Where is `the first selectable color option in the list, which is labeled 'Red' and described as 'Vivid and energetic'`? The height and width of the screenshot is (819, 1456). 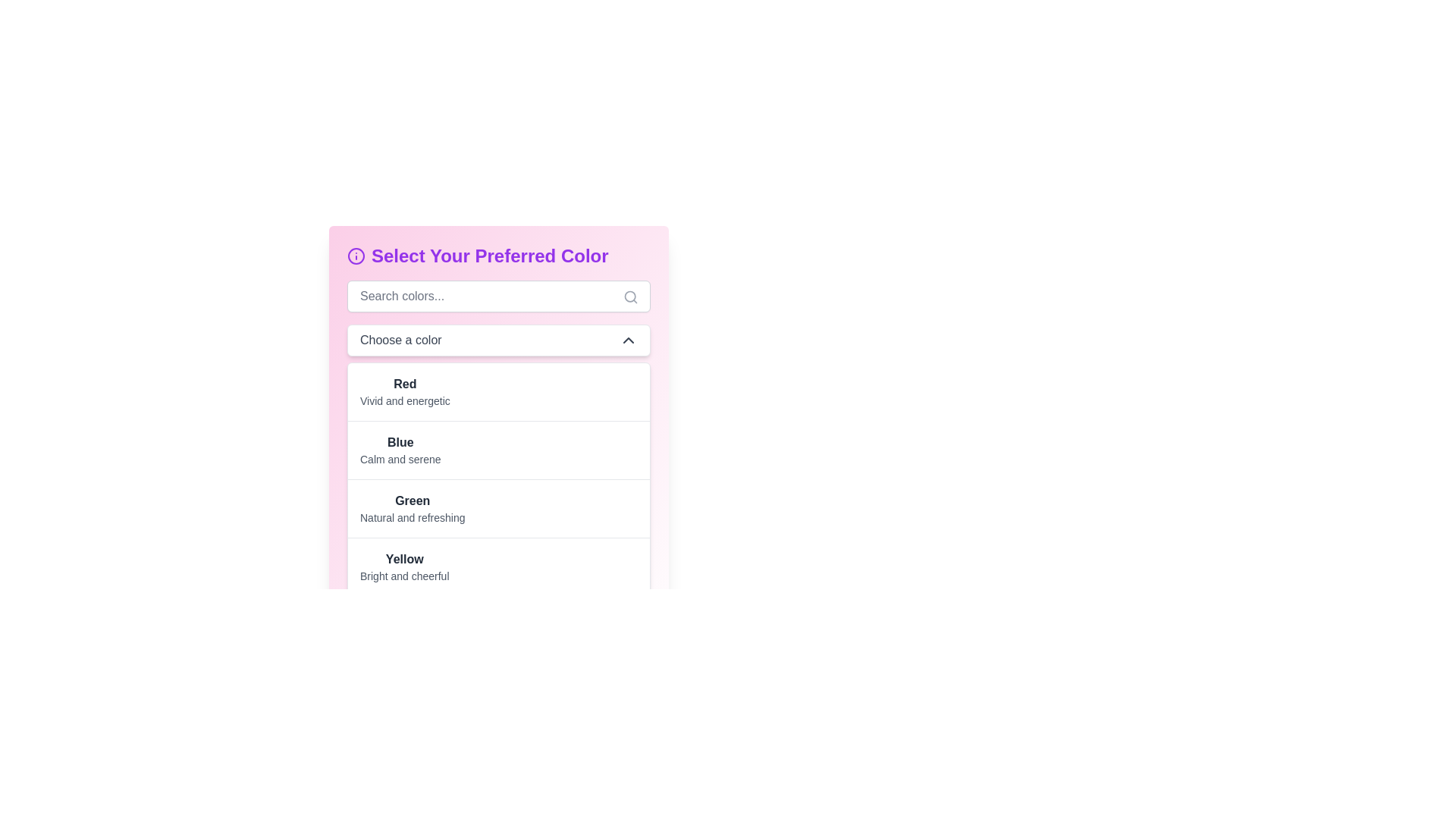
the first selectable color option in the list, which is labeled 'Red' and described as 'Vivid and energetic' is located at coordinates (405, 391).